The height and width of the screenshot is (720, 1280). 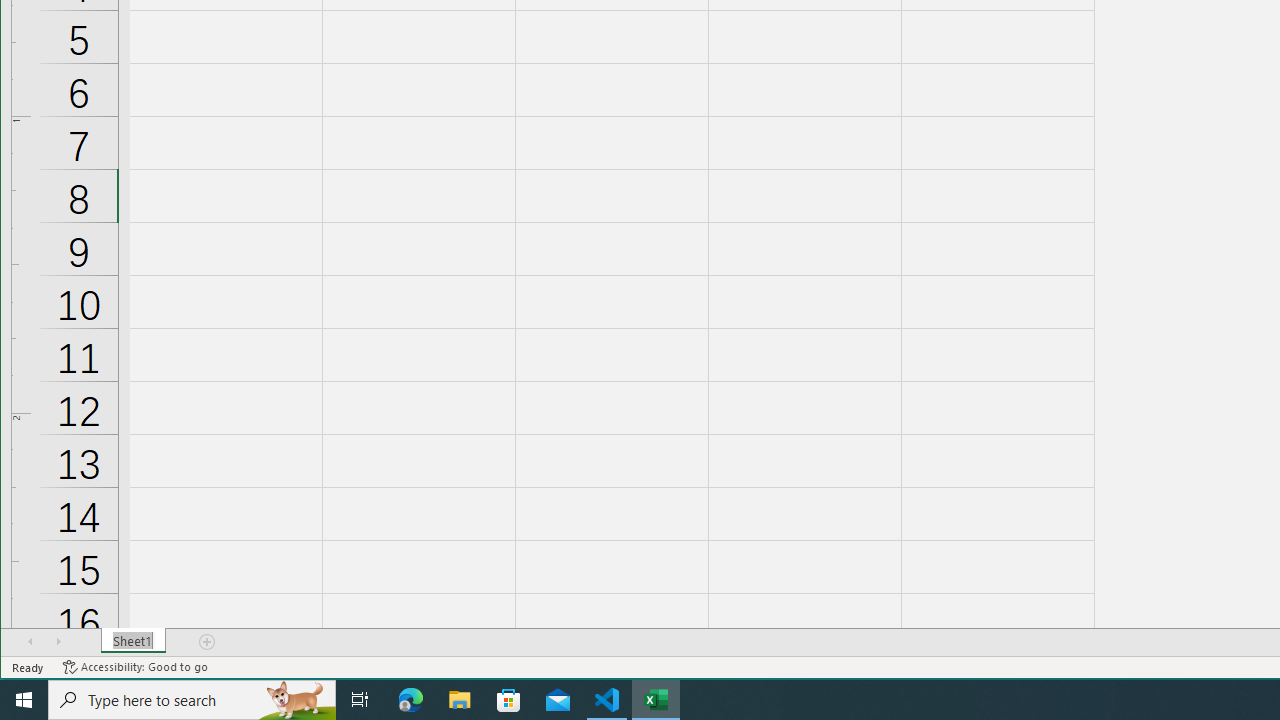 What do you see at coordinates (30, 641) in the screenshot?
I see `'Scroll Left'` at bounding box center [30, 641].